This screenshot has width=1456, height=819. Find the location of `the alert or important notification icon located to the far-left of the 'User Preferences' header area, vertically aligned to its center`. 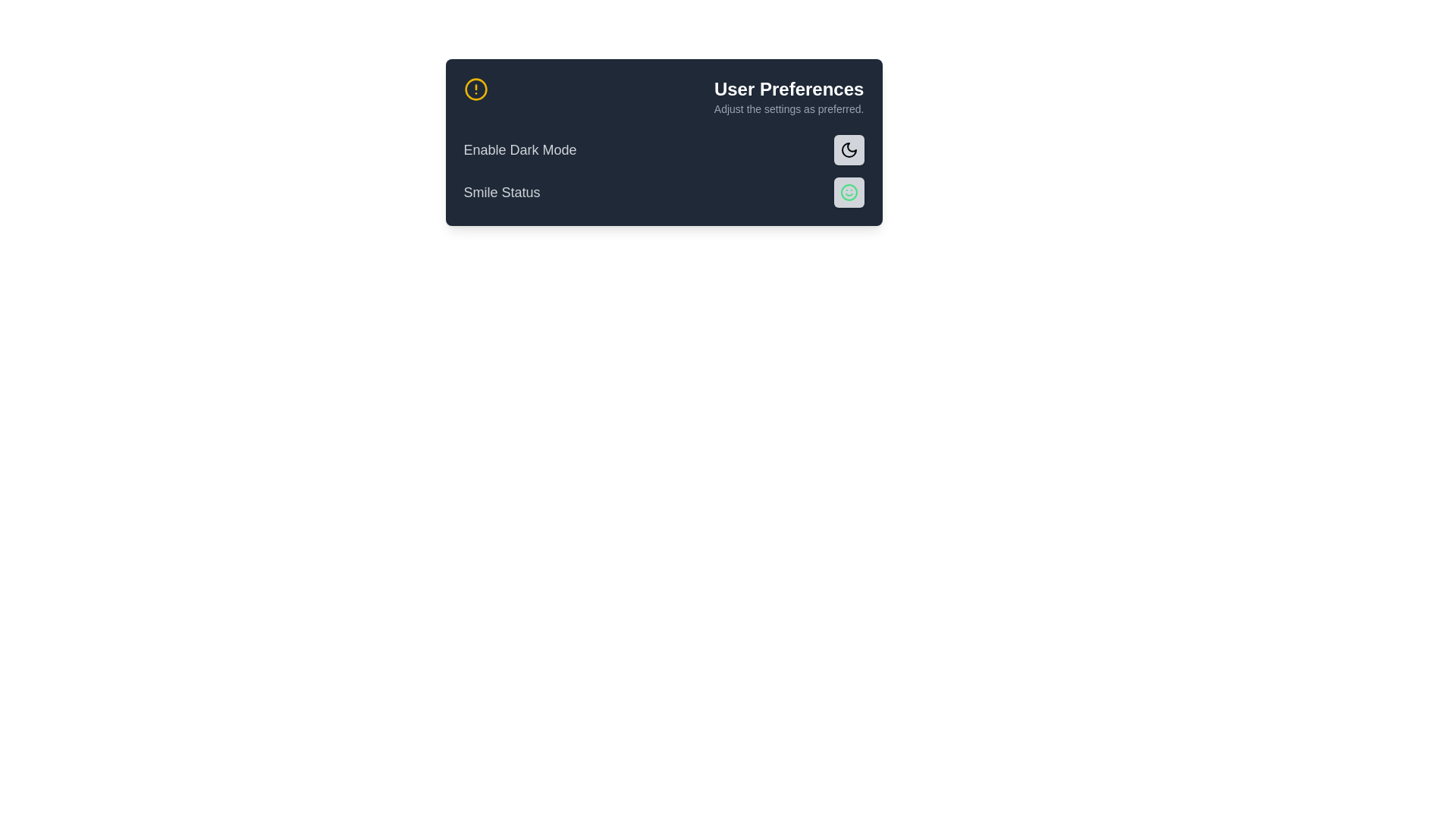

the alert or important notification icon located to the far-left of the 'User Preferences' header area, vertically aligned to its center is located at coordinates (475, 89).